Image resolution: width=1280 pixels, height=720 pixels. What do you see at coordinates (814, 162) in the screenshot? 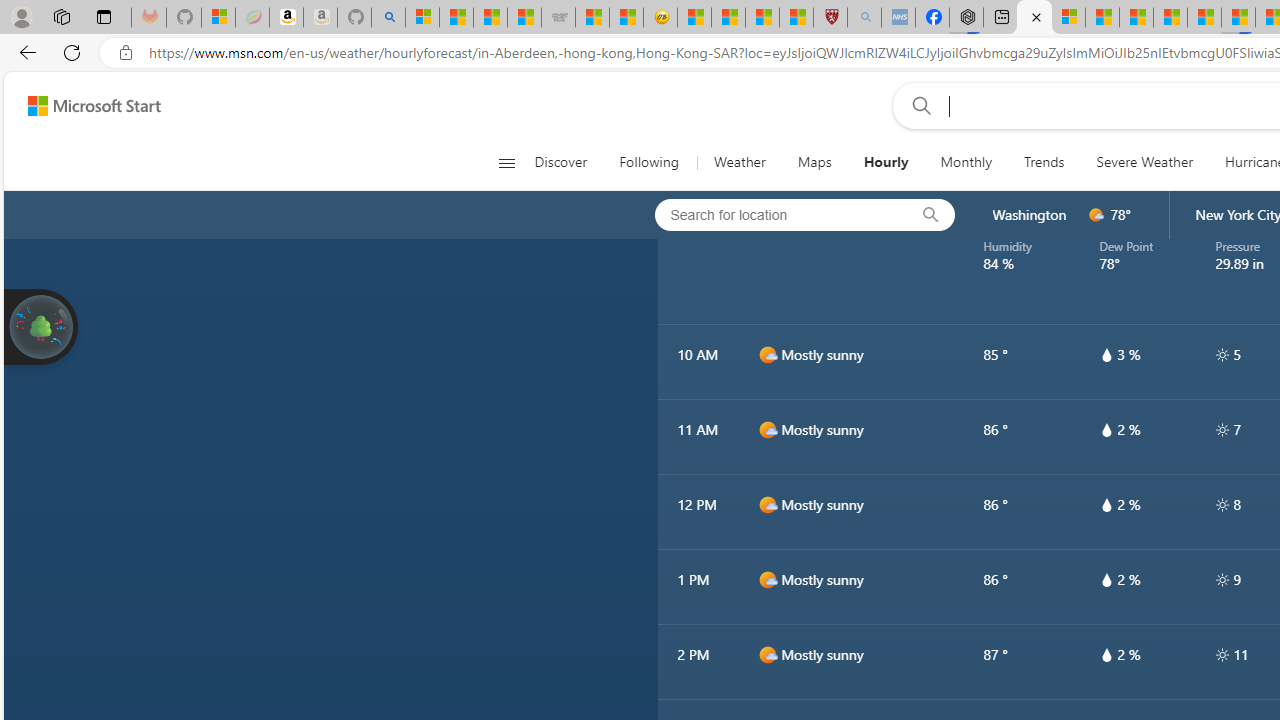
I see `'Maps'` at bounding box center [814, 162].